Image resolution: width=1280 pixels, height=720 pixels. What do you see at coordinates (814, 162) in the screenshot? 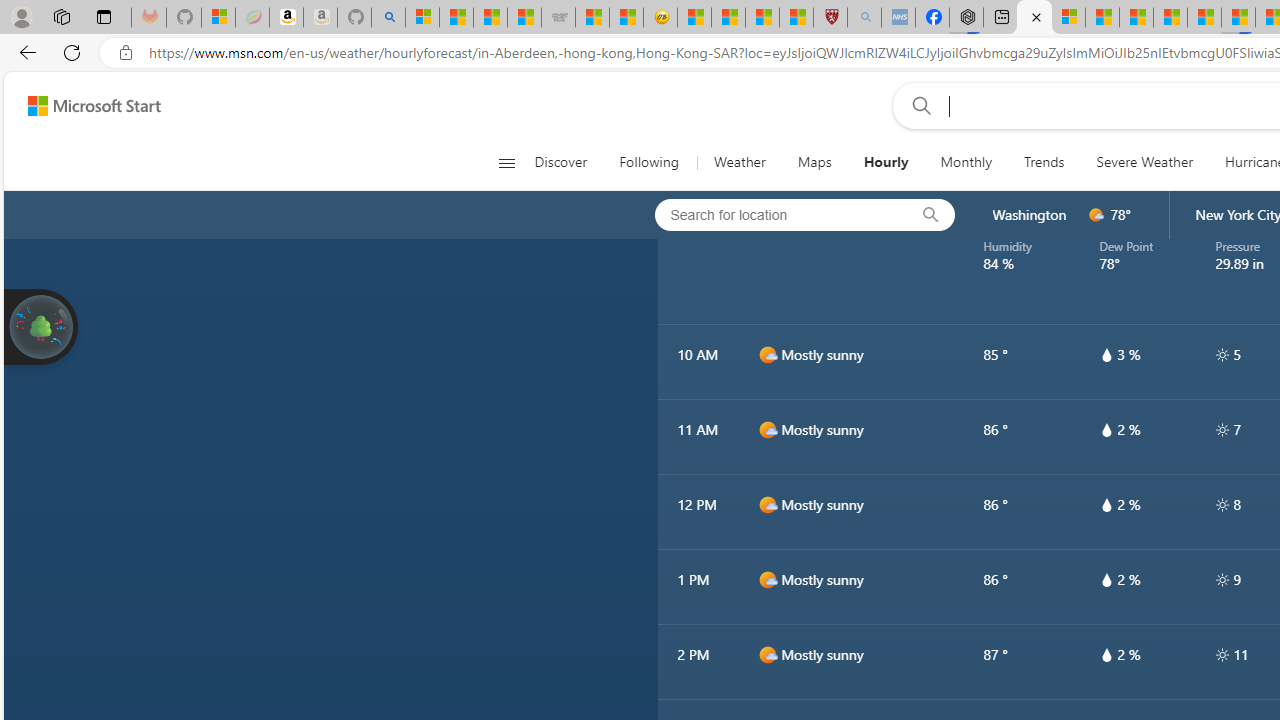
I see `'Maps'` at bounding box center [814, 162].